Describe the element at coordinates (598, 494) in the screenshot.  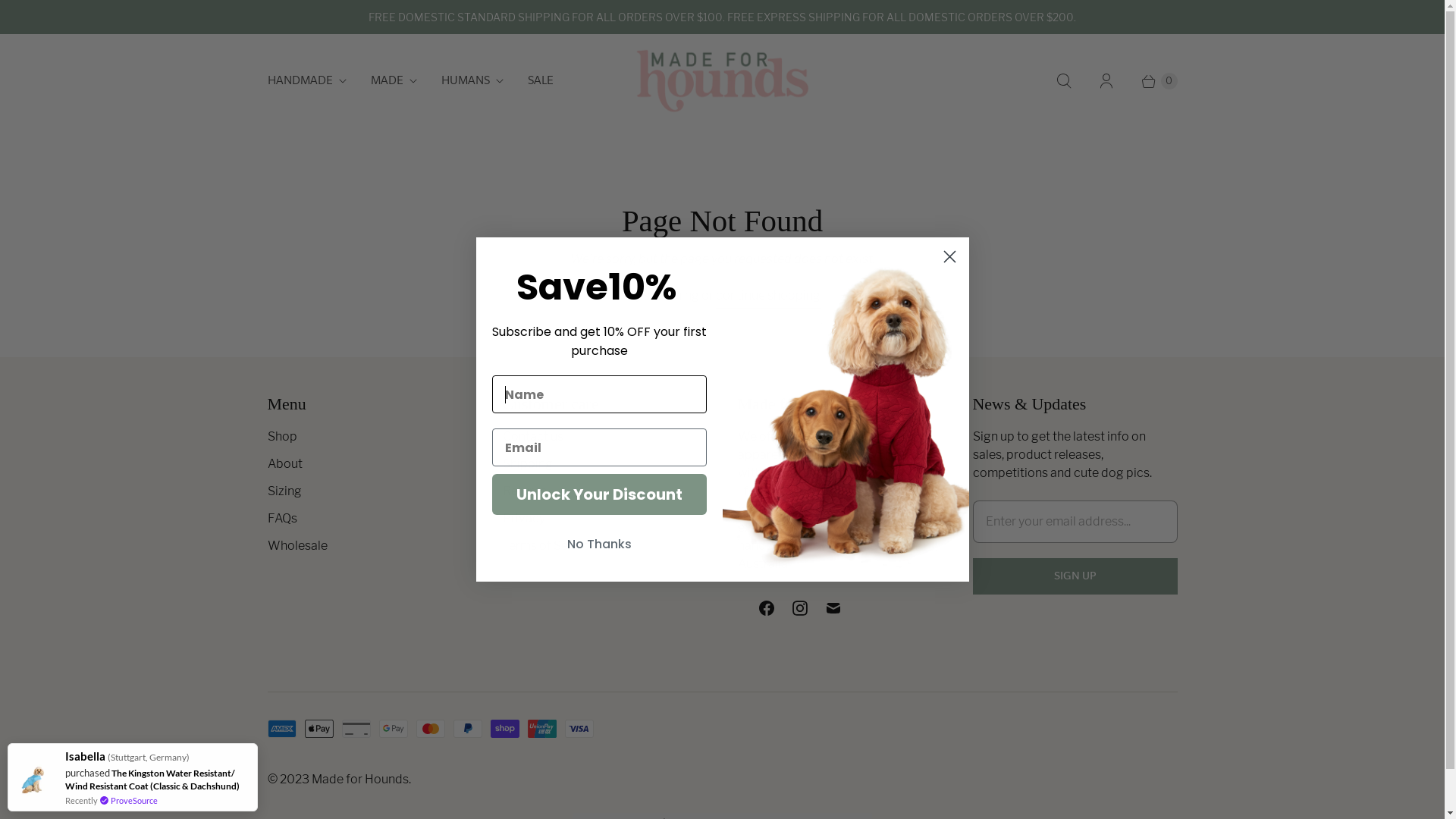
I see `'Unlock Your Discount'` at that location.